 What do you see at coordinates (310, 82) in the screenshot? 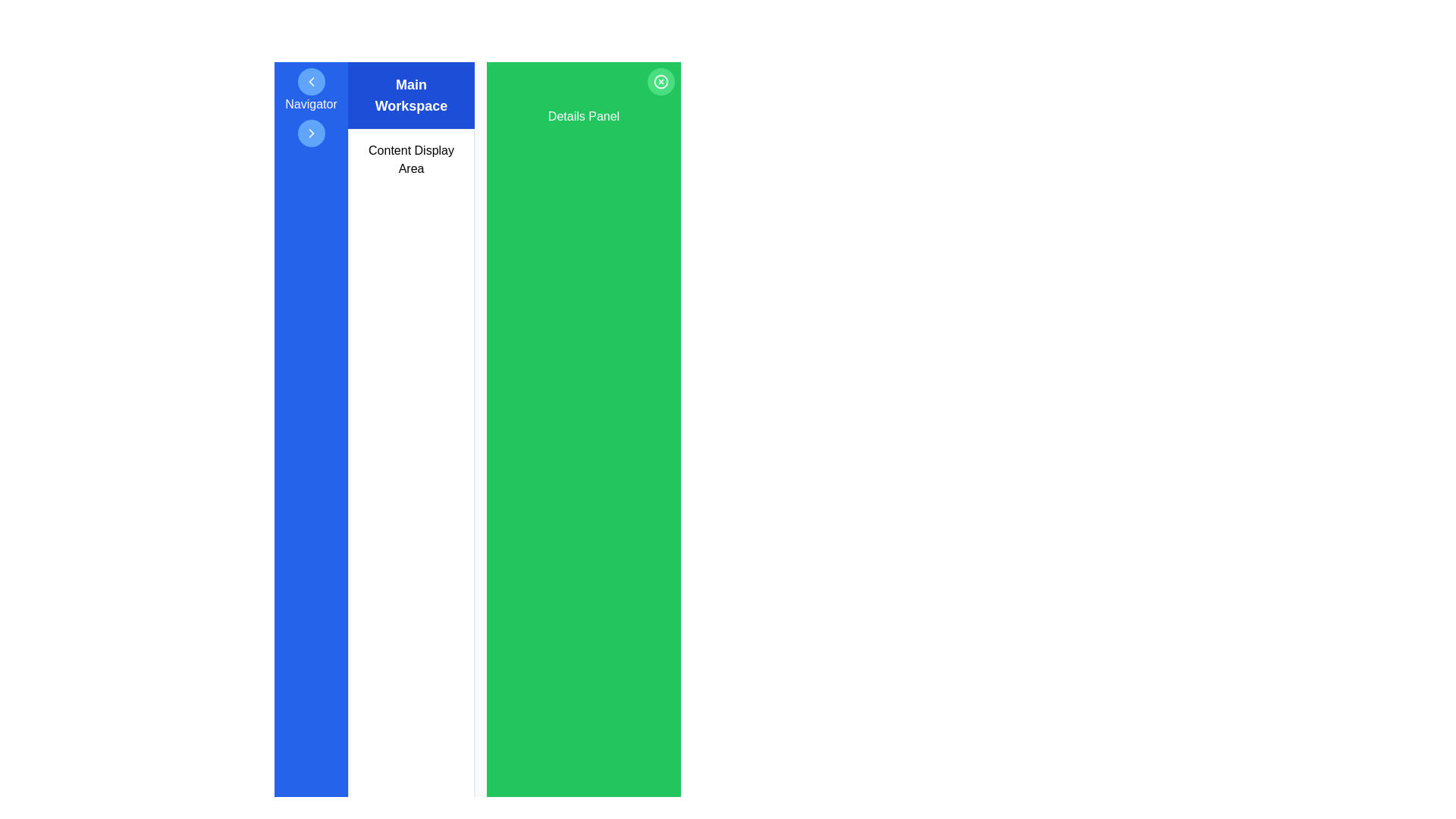
I see `the blue circular button with a left-facing chevron arrow icon located below the title 'Navigator' in the left-side navigation bar` at bounding box center [310, 82].